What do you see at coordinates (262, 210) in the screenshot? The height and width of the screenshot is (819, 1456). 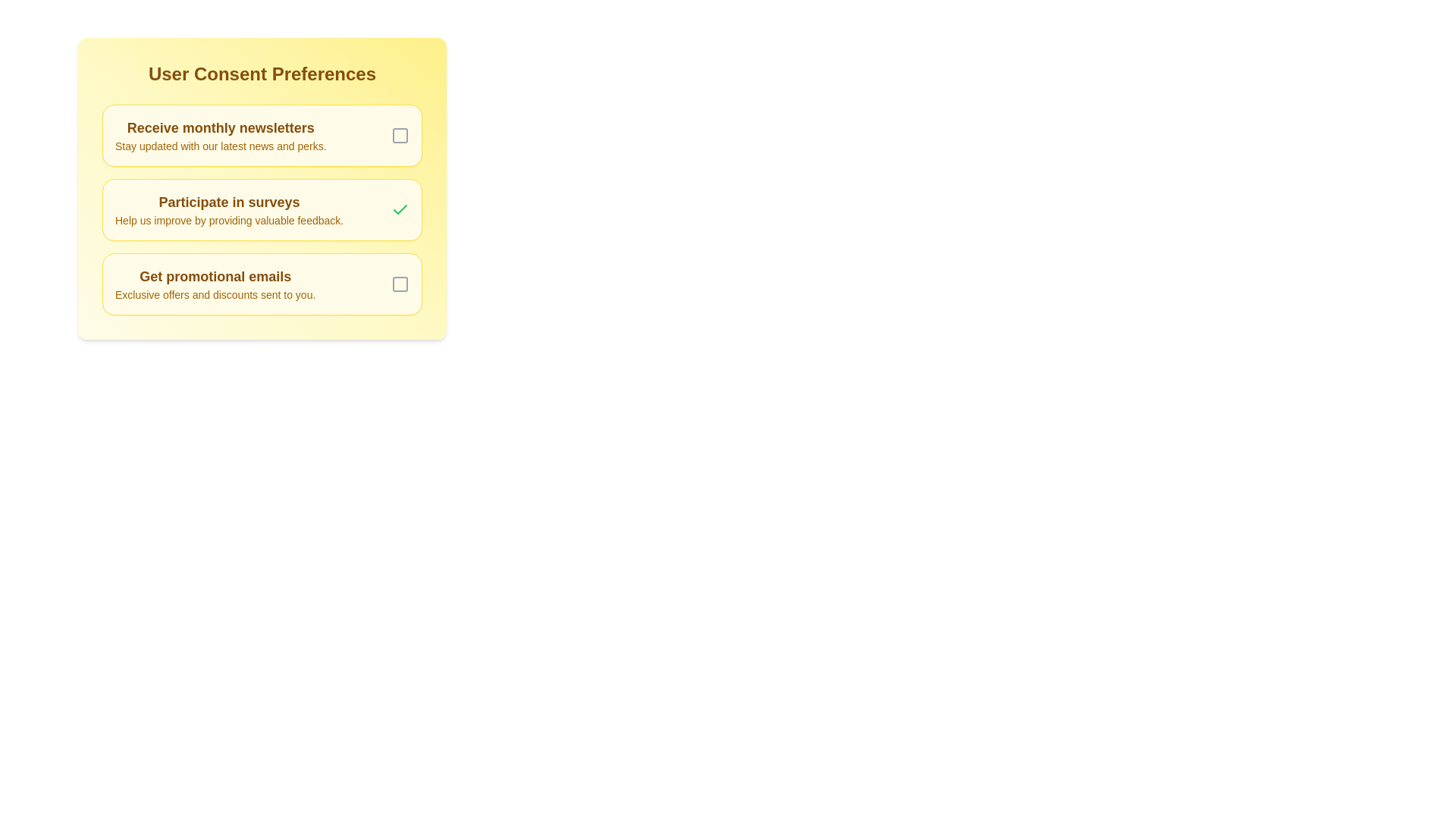 I see `the checkbox on the second informative card that allows users to provide feedback by participating in surveys` at bounding box center [262, 210].